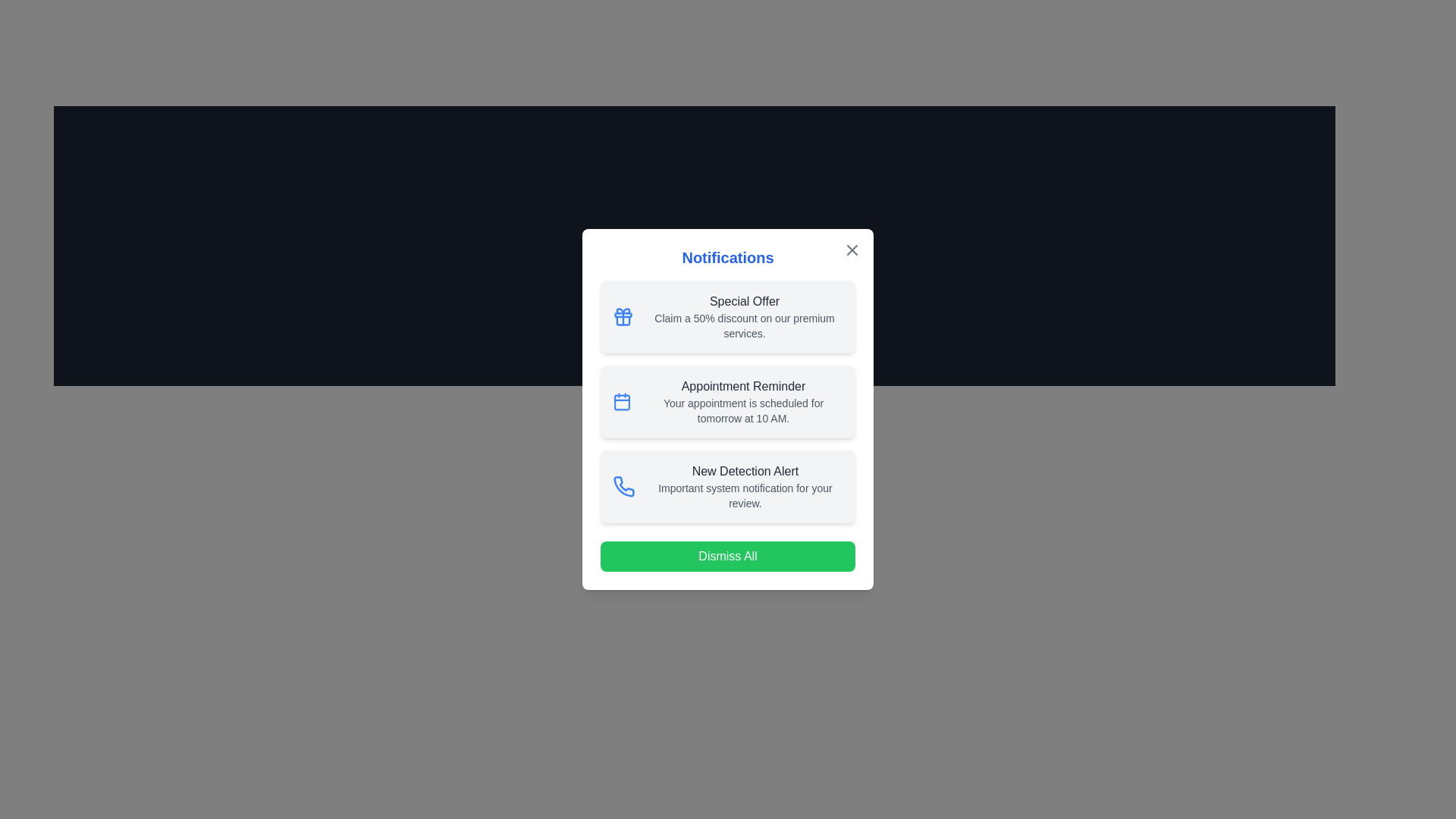 This screenshot has height=819, width=1456. I want to click on the 'Dismiss All' button, which is a rectangular button with rounded corners and a green background located at the bottom of the 'Notifications' modal dialog box, so click(728, 556).